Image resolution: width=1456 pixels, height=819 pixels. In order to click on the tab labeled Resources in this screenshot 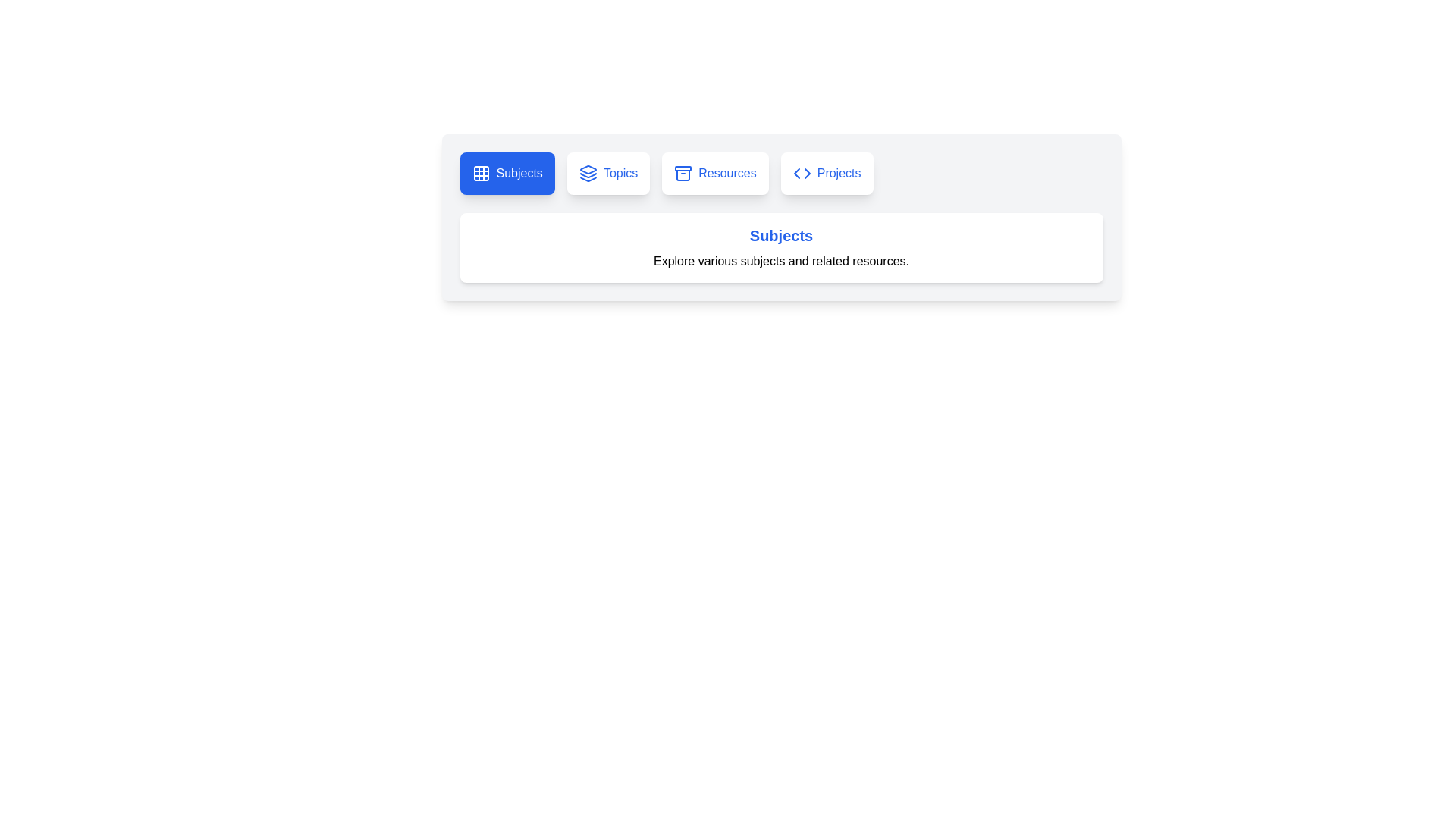, I will do `click(714, 172)`.